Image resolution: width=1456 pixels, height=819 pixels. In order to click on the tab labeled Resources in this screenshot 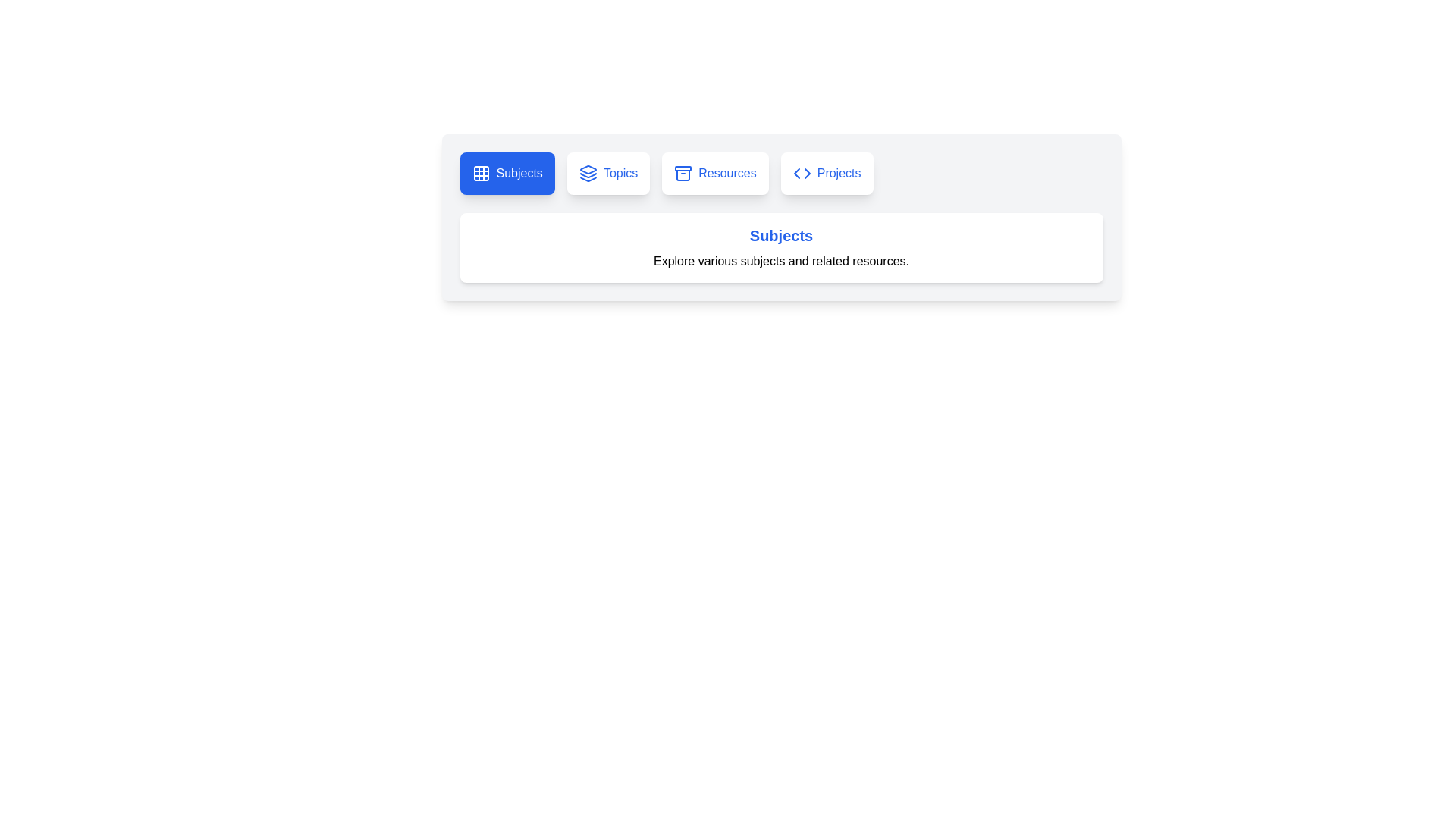, I will do `click(714, 172)`.